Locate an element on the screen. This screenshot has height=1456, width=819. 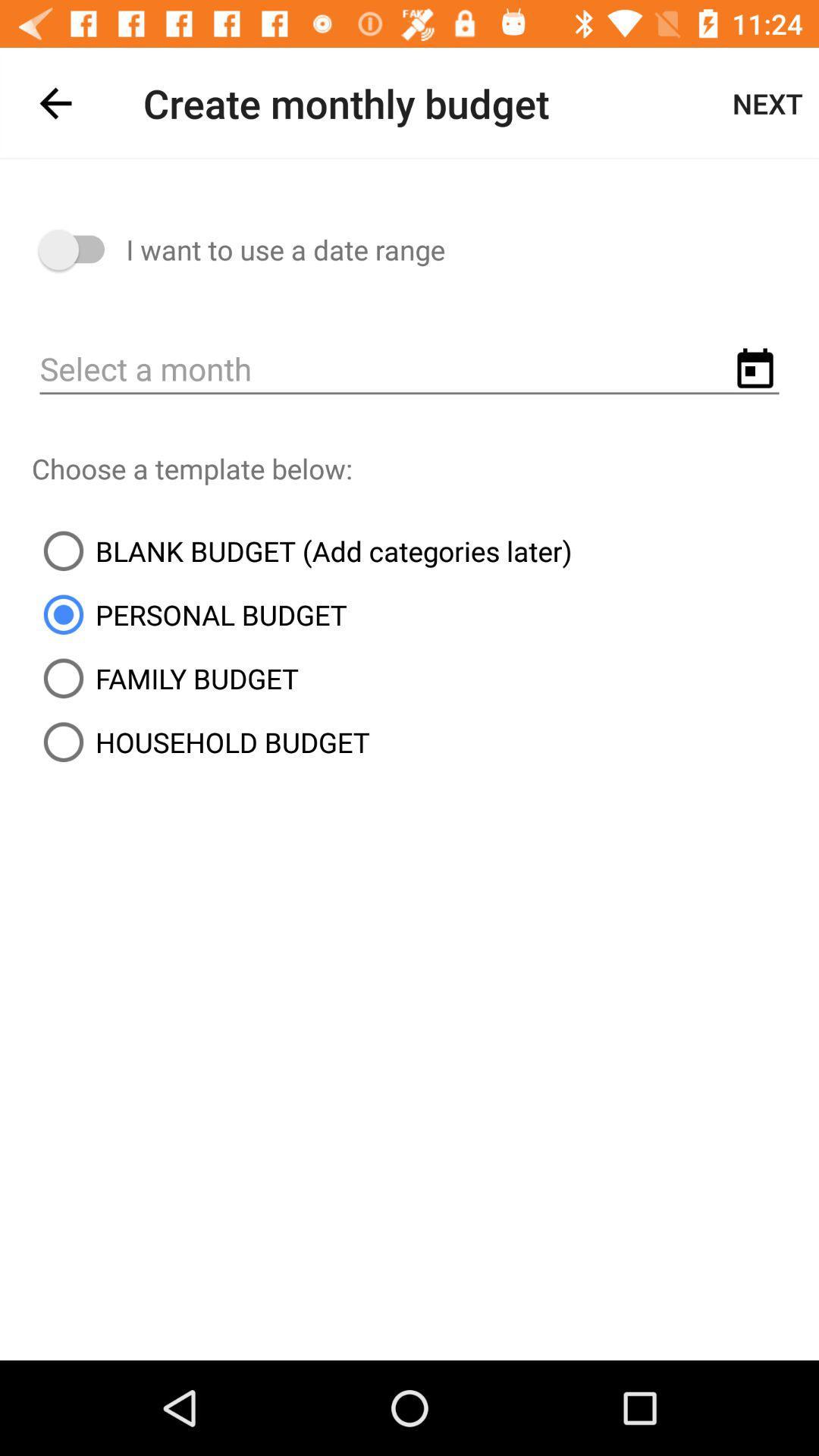
item to the left of i want to is located at coordinates (79, 249).